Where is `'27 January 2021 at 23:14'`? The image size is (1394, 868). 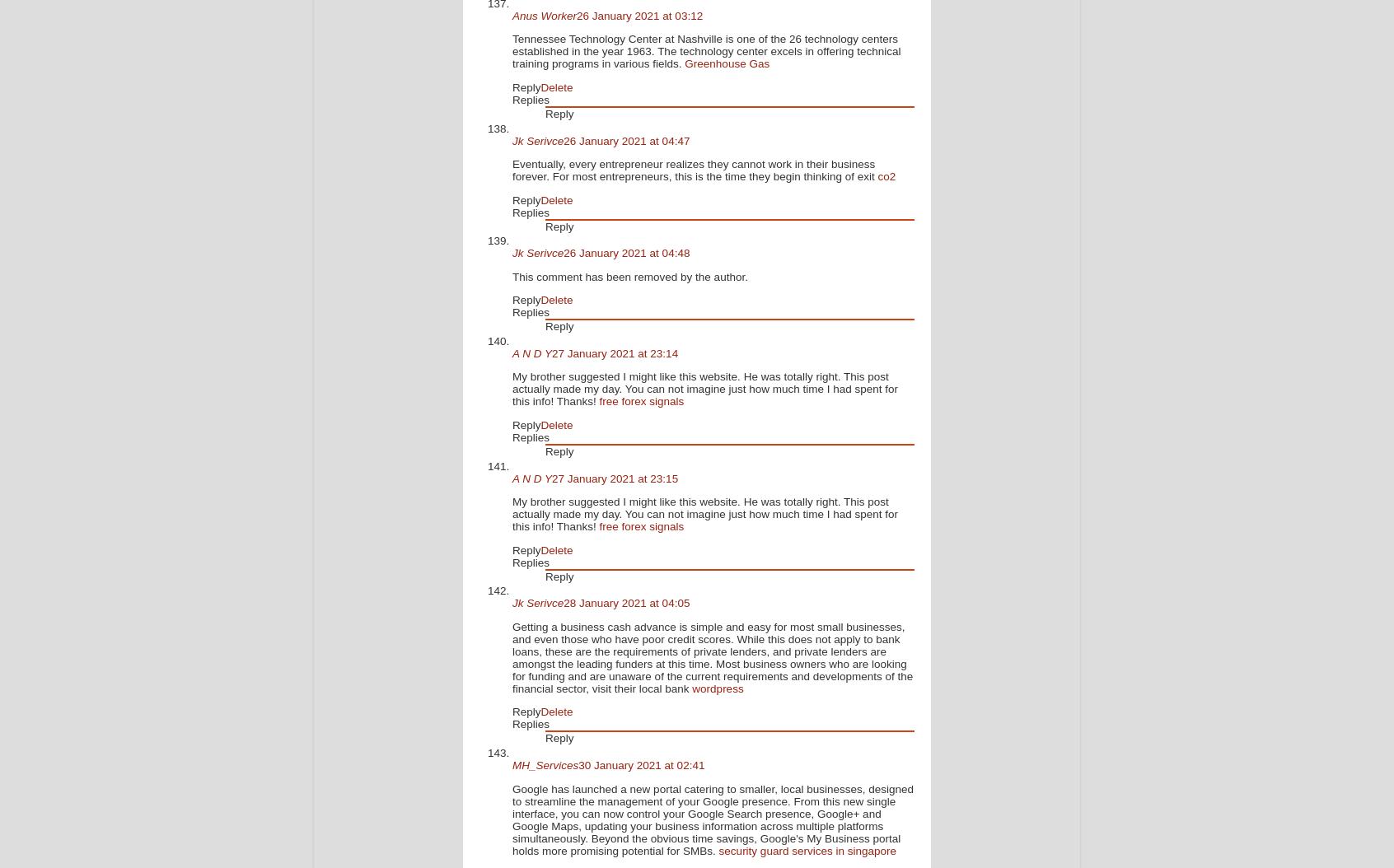 '27 January 2021 at 23:14' is located at coordinates (614, 352).